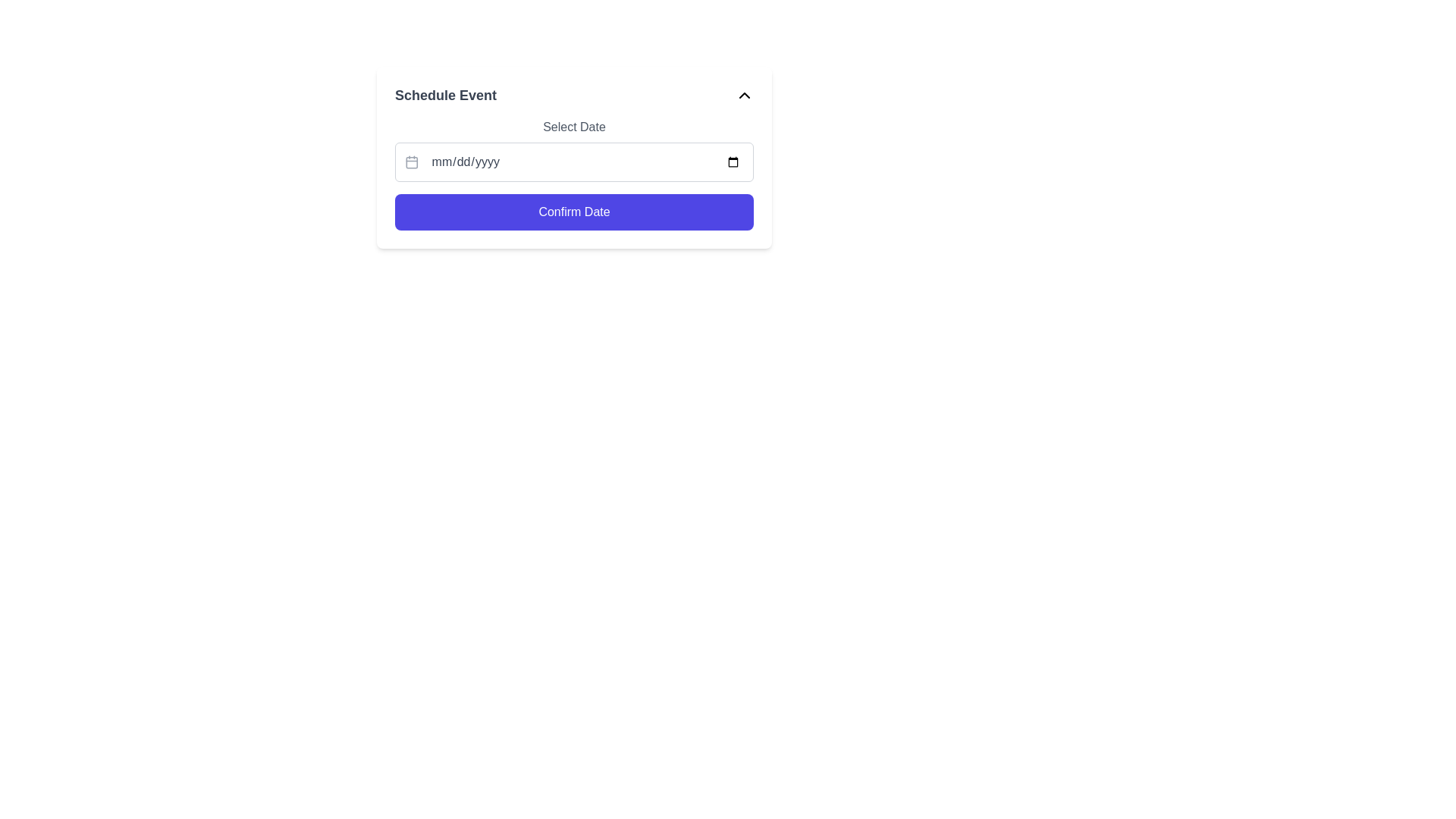 The image size is (1456, 819). I want to click on a date from the calendar picker located in the second interactive component of the 'Schedule Event' form, positioned above the 'Confirm Date' button, so click(573, 149).